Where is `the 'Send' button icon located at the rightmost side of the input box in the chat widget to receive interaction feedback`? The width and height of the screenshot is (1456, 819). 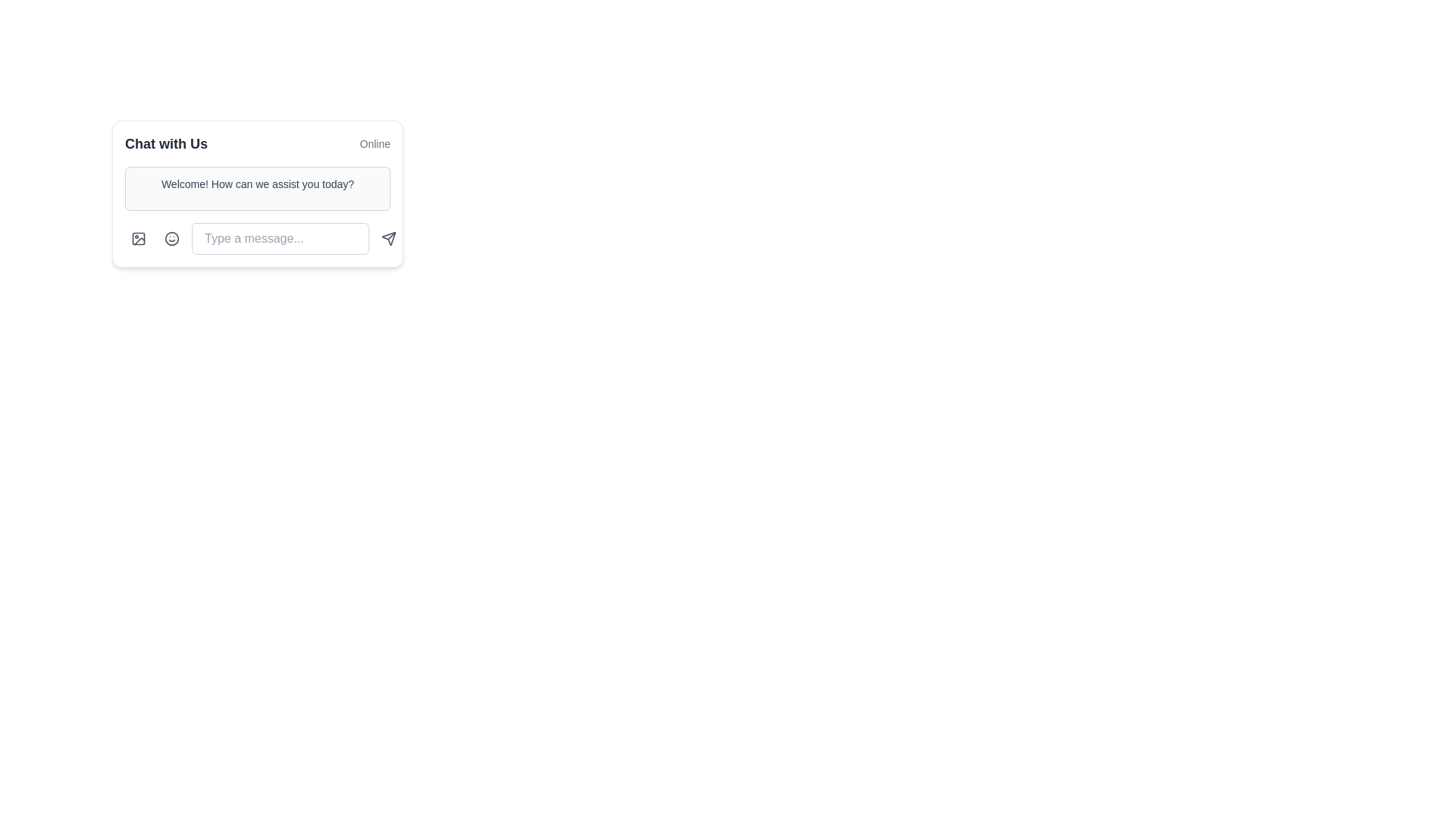 the 'Send' button icon located at the rightmost side of the input box in the chat widget to receive interaction feedback is located at coordinates (389, 239).